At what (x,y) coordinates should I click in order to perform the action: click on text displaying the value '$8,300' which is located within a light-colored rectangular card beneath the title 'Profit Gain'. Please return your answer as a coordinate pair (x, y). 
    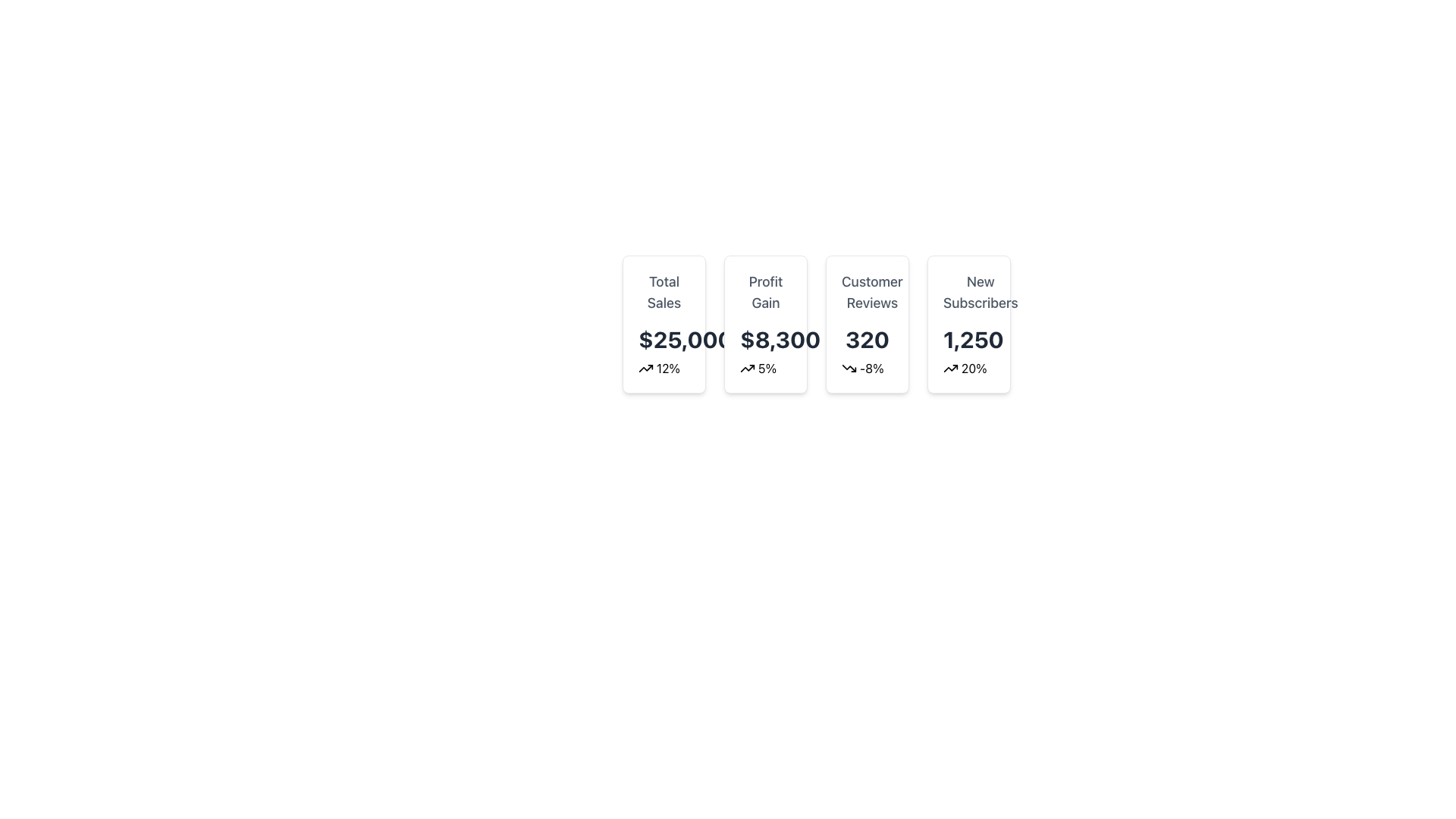
    Looking at the image, I should click on (765, 338).